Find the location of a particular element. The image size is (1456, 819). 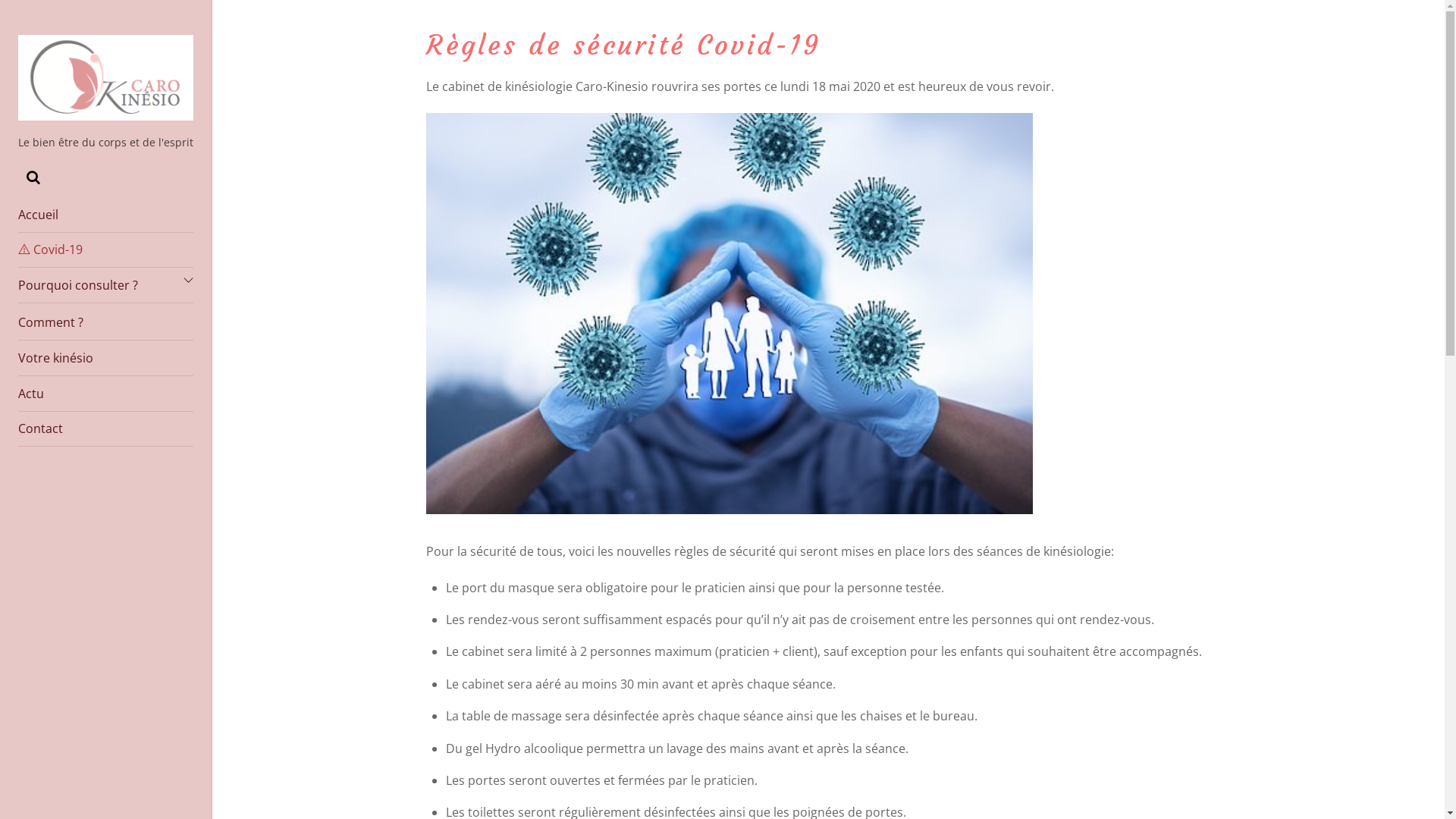

'Actu' is located at coordinates (105, 393).